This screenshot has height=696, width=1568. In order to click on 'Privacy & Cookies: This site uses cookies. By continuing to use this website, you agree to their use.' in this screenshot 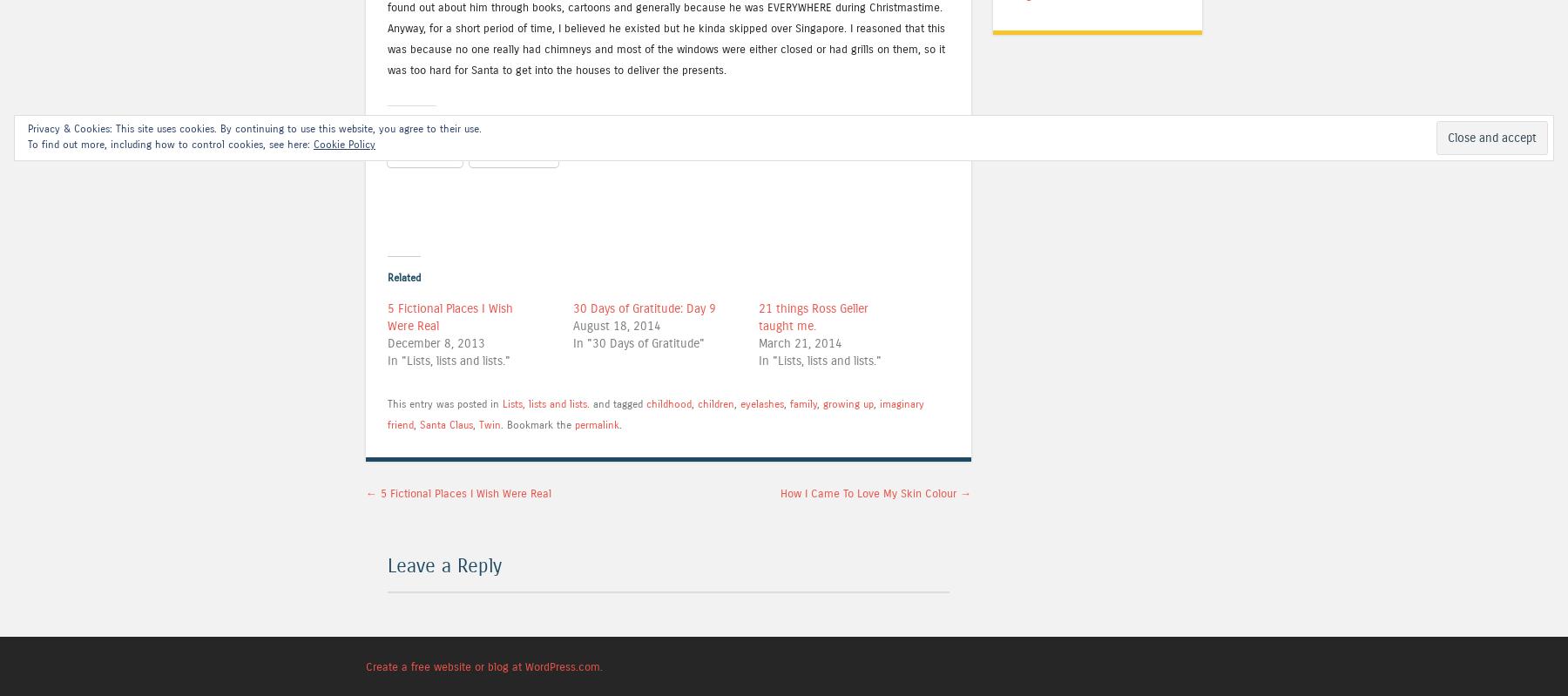, I will do `click(27, 128)`.